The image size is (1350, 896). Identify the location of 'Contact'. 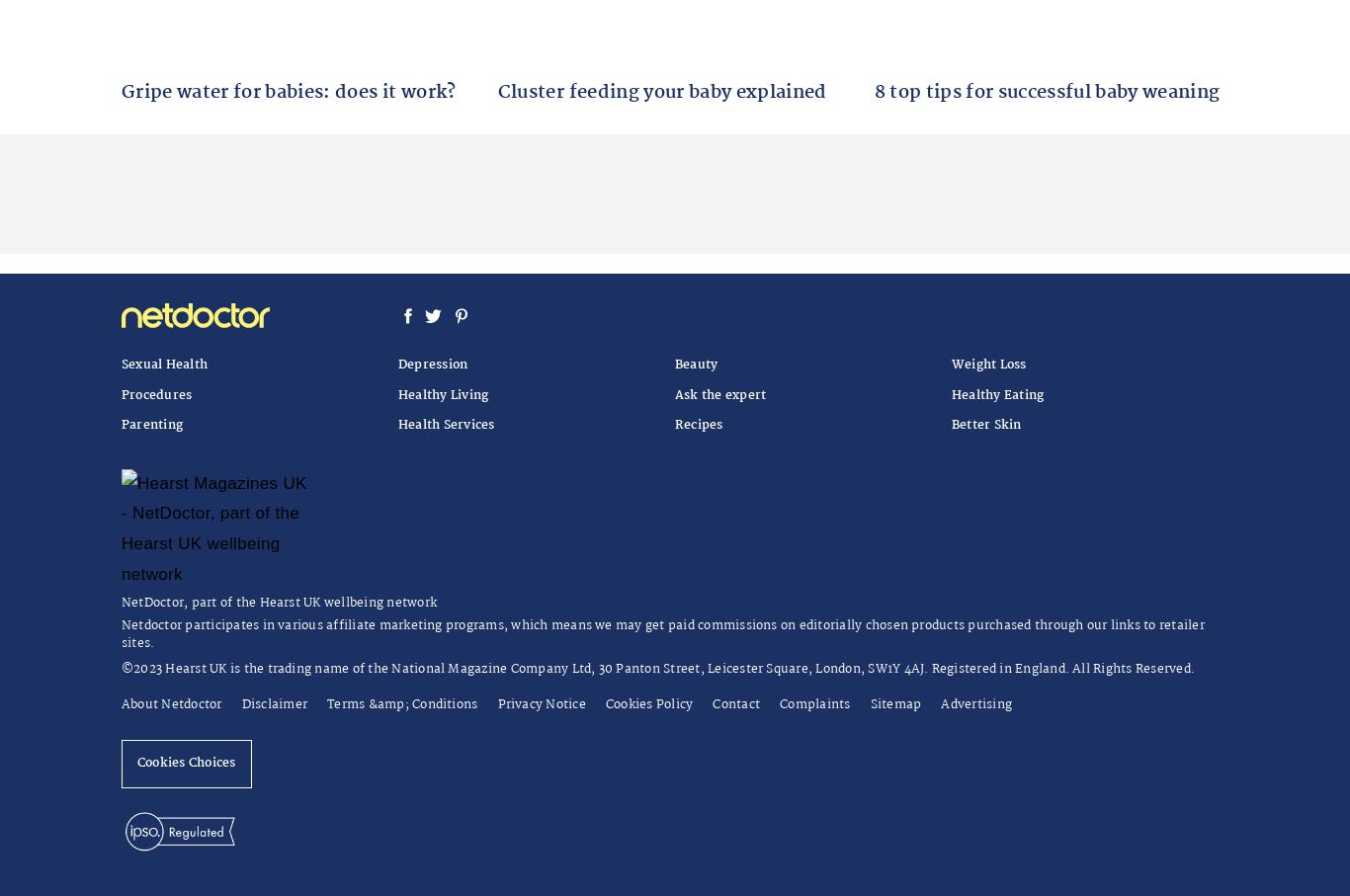
(736, 703).